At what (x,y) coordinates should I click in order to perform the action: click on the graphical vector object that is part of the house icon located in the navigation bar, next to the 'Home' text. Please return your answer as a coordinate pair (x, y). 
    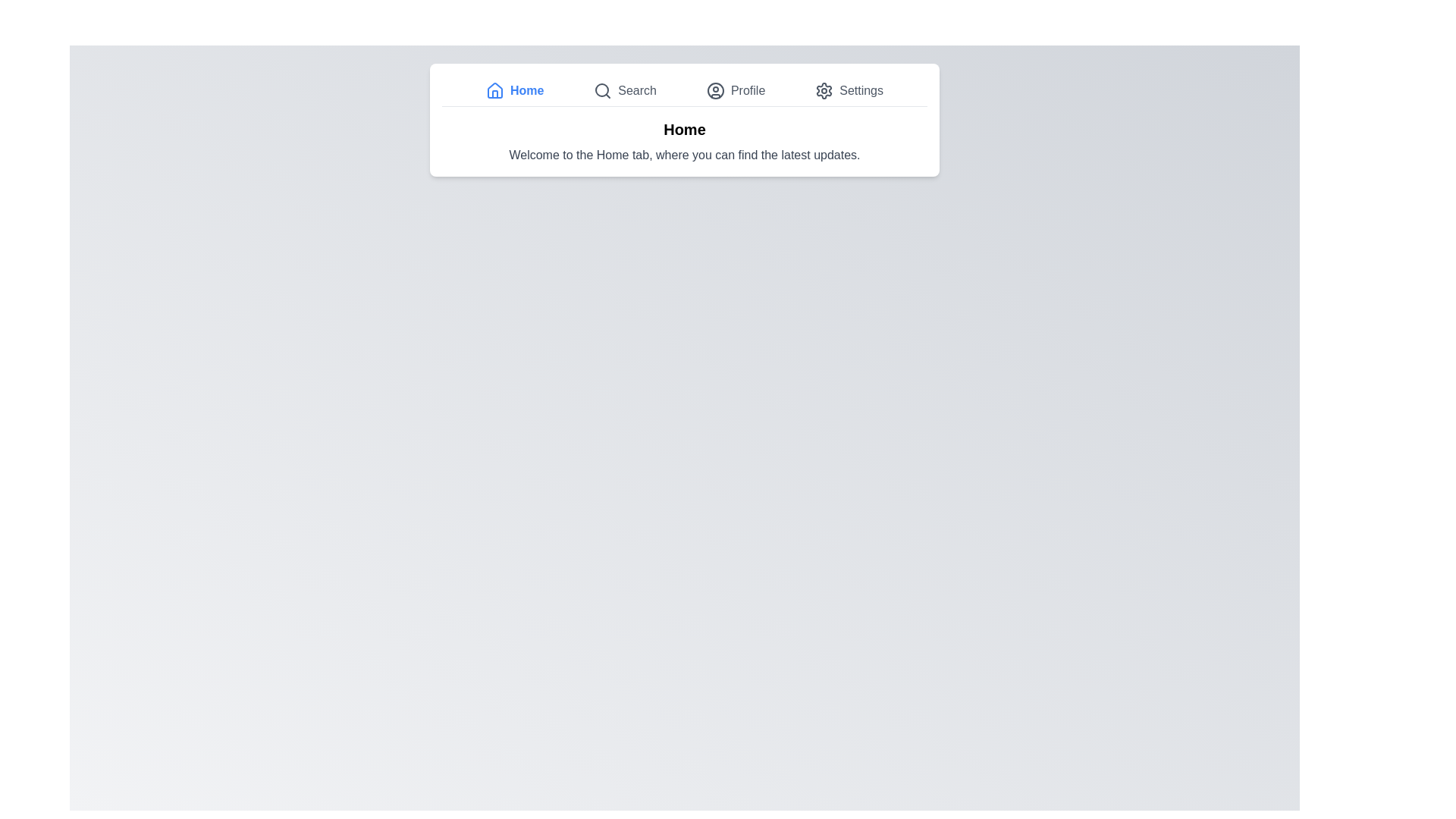
    Looking at the image, I should click on (494, 94).